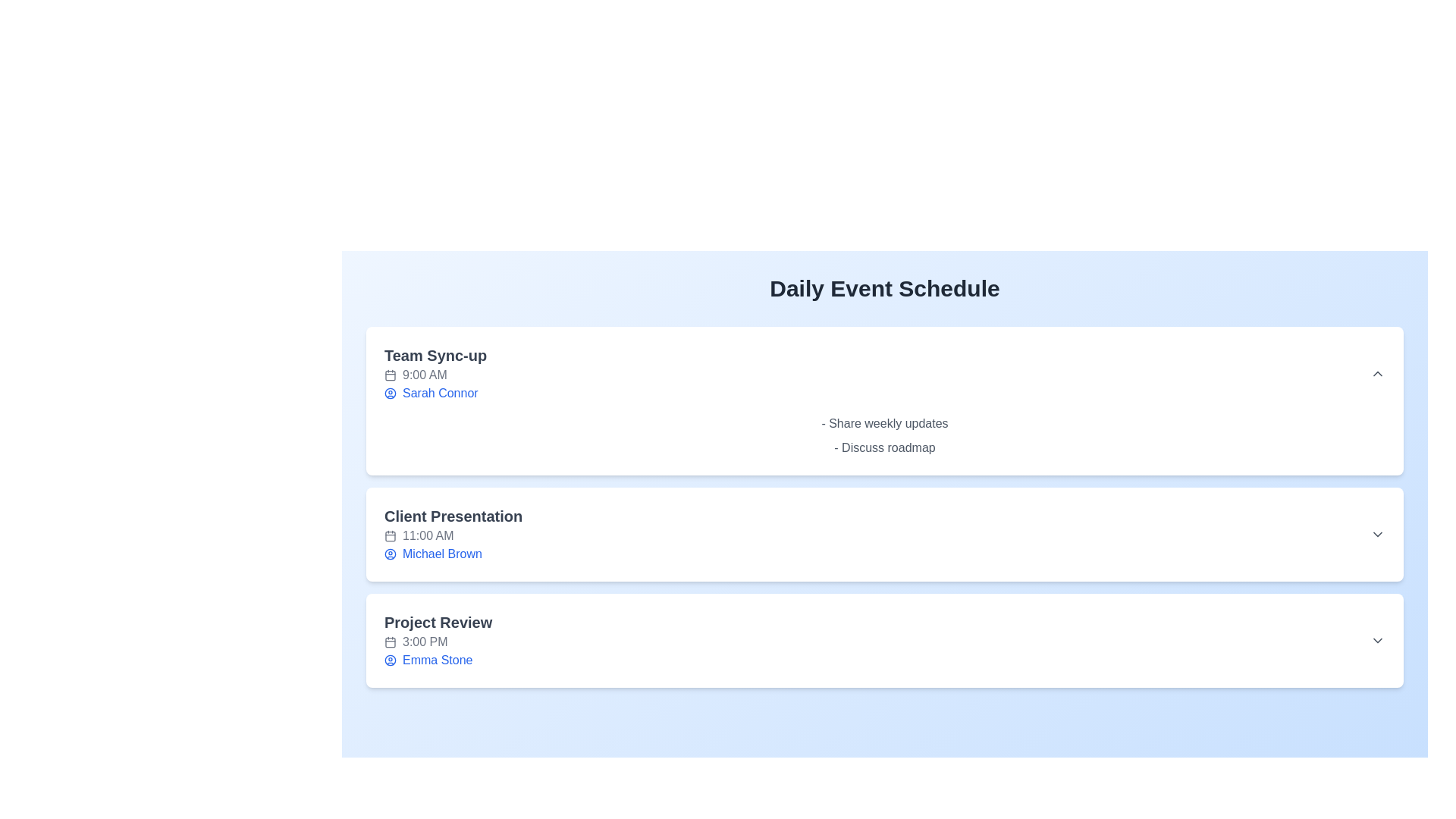 This screenshot has height=819, width=1456. I want to click on the dropdown toggle button or disclosure arrow located at the far-right side of the 'Client Presentation' event card, so click(1378, 534).